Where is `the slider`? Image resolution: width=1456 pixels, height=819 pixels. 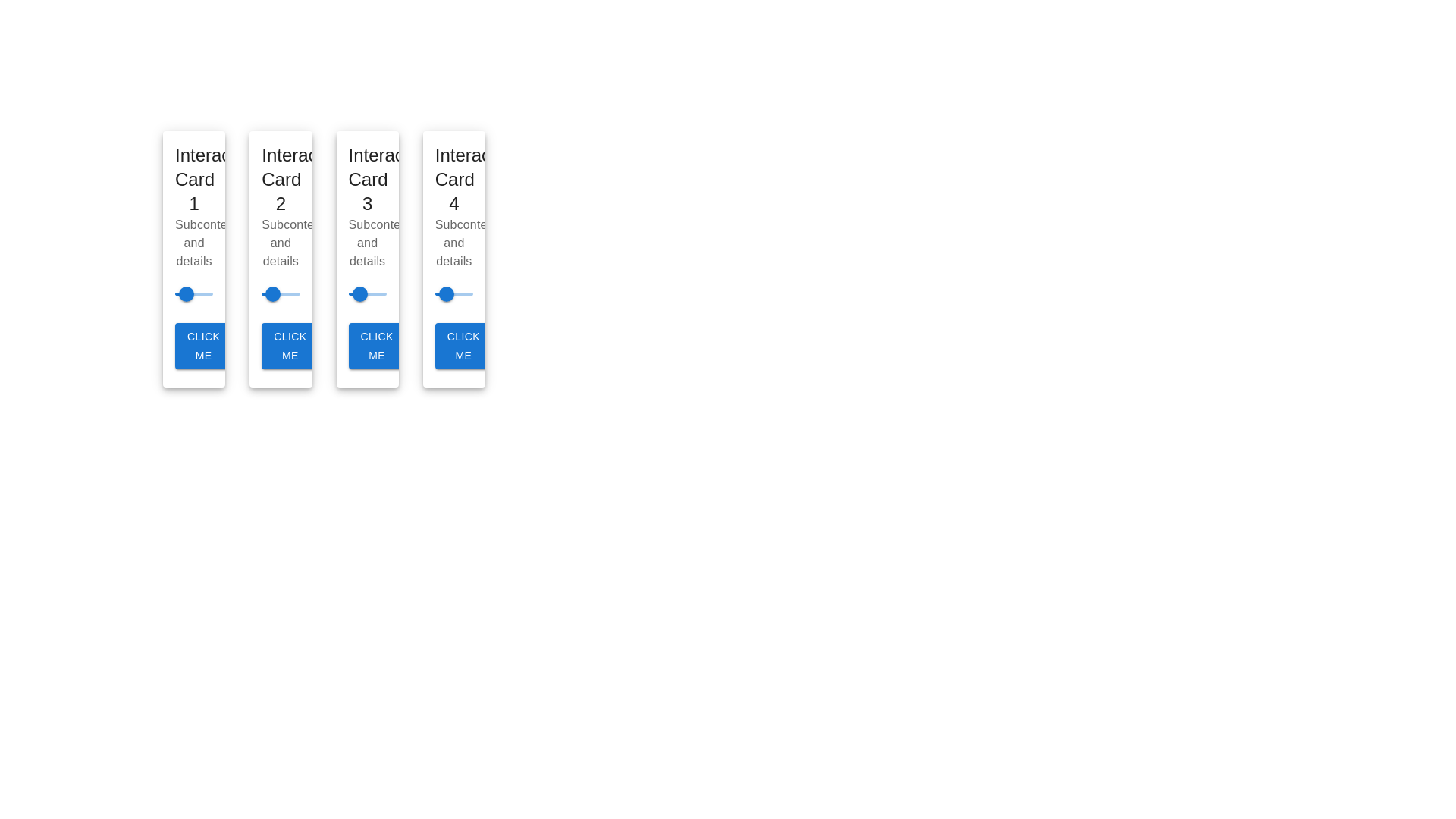 the slider is located at coordinates (181, 294).